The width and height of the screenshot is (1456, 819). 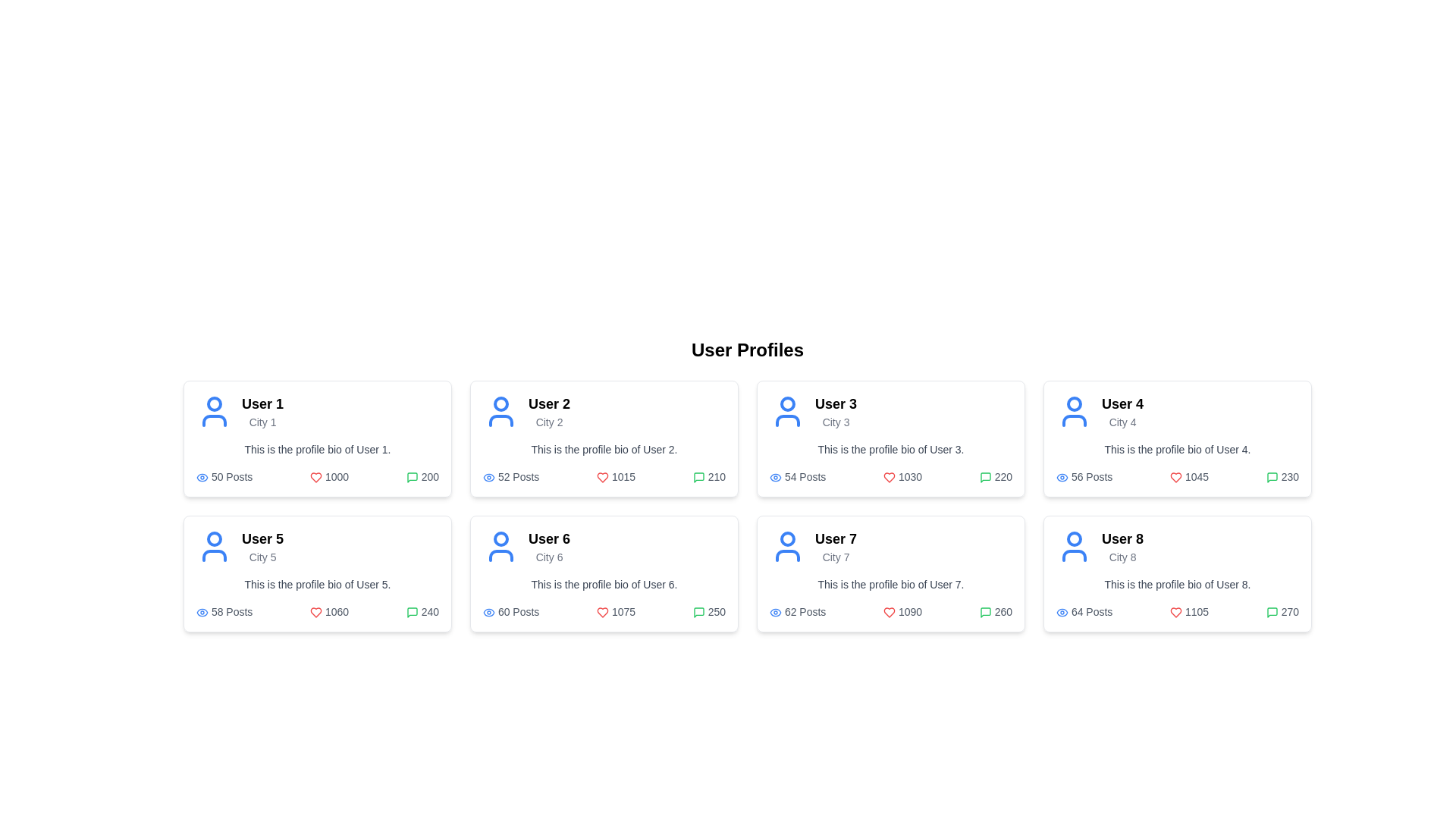 What do you see at coordinates (787, 538) in the screenshot?
I see `the circular geometric component in the 'User 7' profile icon located at the top-left corner of the profile card` at bounding box center [787, 538].